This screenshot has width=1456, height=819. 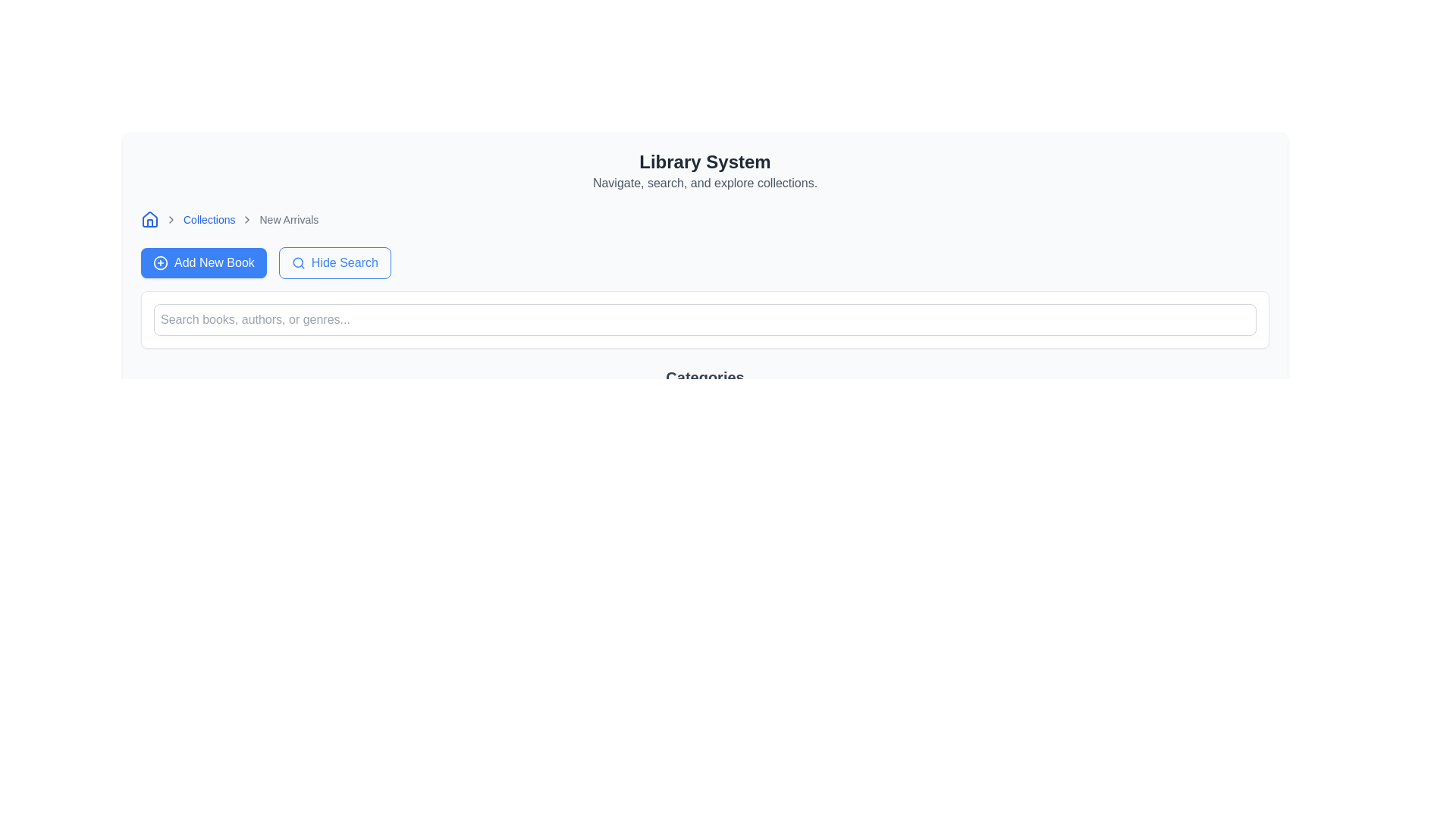 What do you see at coordinates (202, 262) in the screenshot?
I see `the 'Add New Book' button located to the left of the 'Hide Search' button in the navigation section, near the top of the page` at bounding box center [202, 262].